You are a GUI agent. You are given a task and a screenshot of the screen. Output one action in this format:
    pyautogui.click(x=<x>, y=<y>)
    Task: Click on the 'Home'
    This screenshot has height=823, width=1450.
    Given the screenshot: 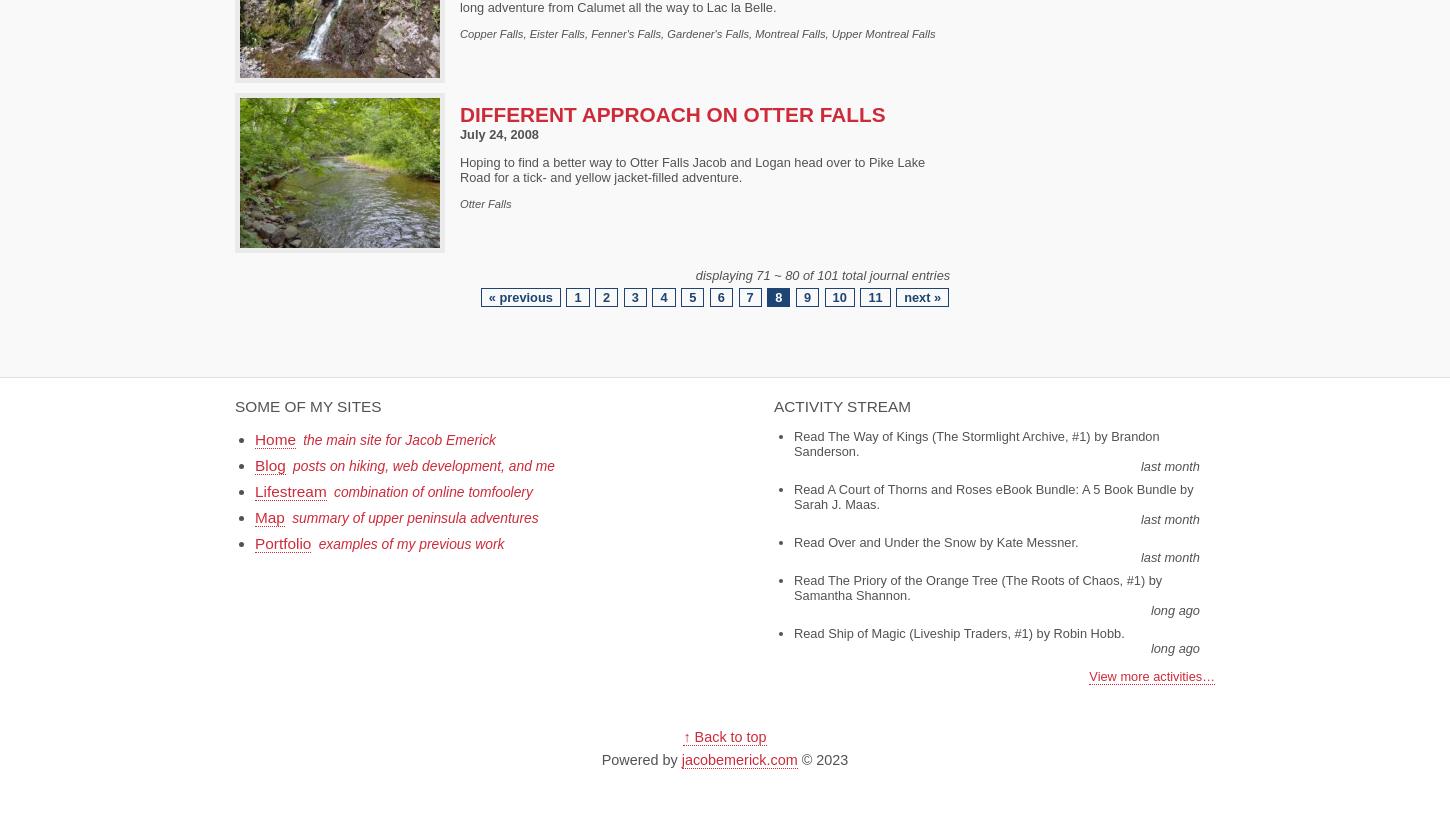 What is the action you would take?
    pyautogui.click(x=275, y=439)
    